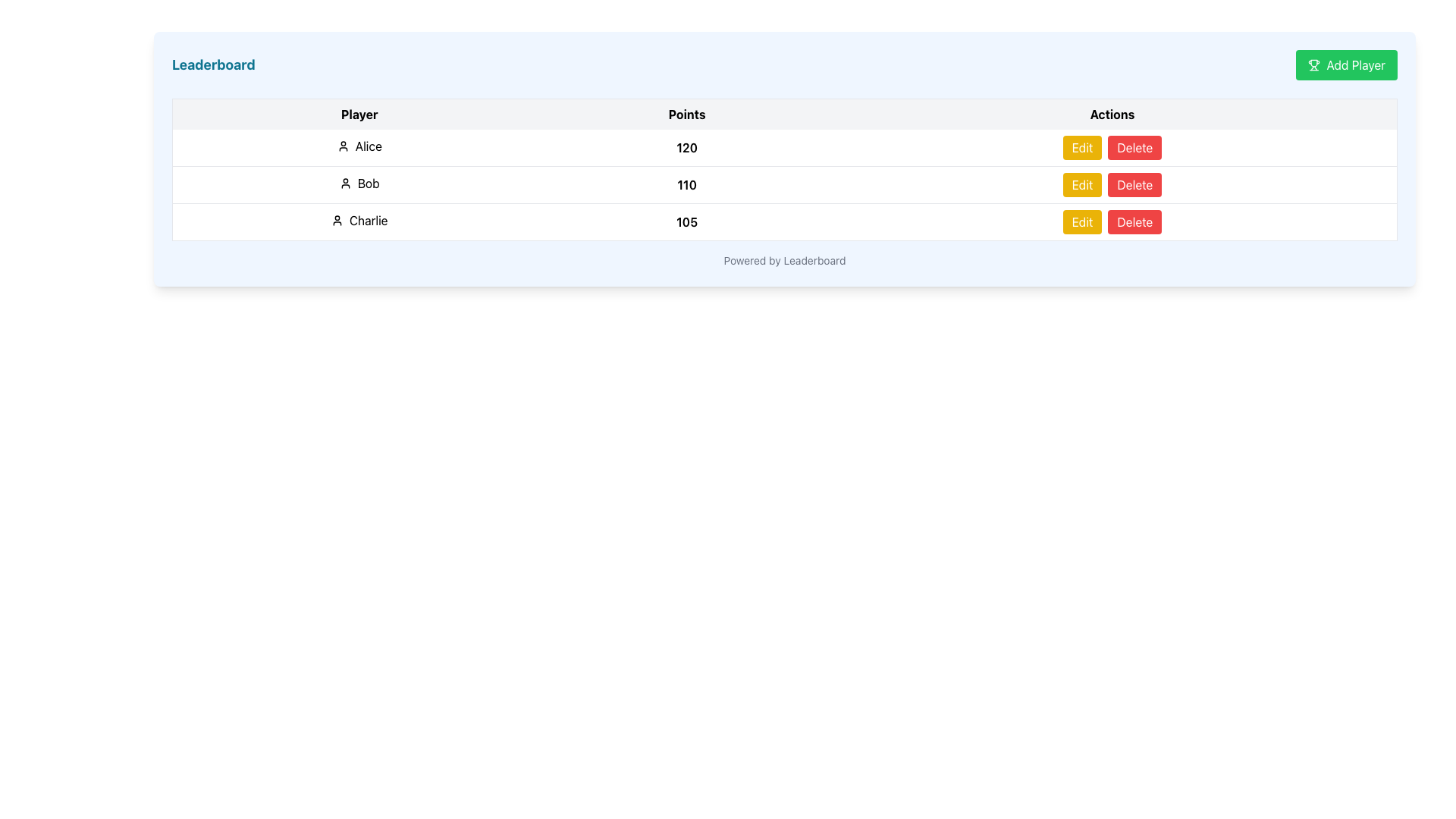 Image resolution: width=1456 pixels, height=819 pixels. I want to click on the 'Delete' button, which is a red rectangular button with white text, located in the Actions column of the table after the 'Edit' button, to change its color, so click(1134, 148).